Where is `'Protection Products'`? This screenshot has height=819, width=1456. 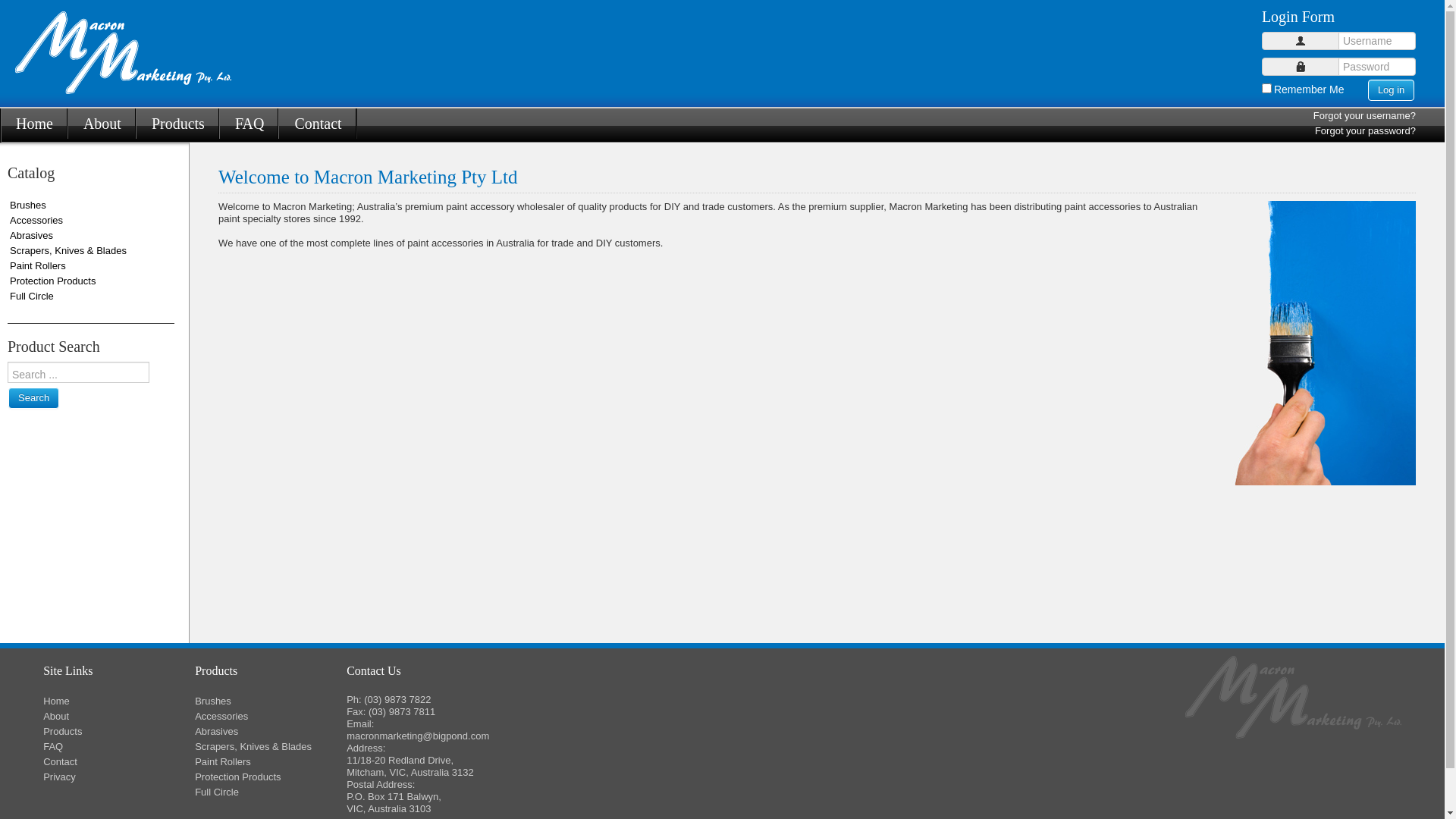
'Protection Products' is located at coordinates (194, 777).